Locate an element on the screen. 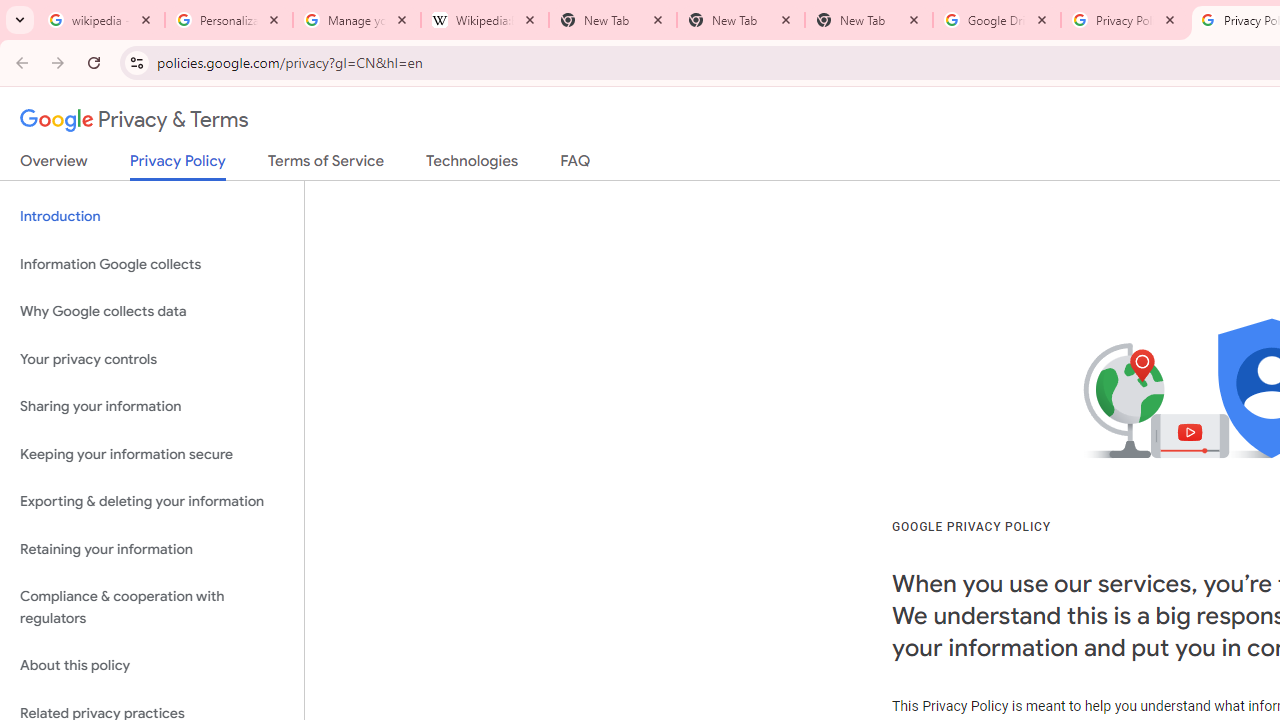 The image size is (1280, 720). 'Your privacy controls' is located at coordinates (151, 358).